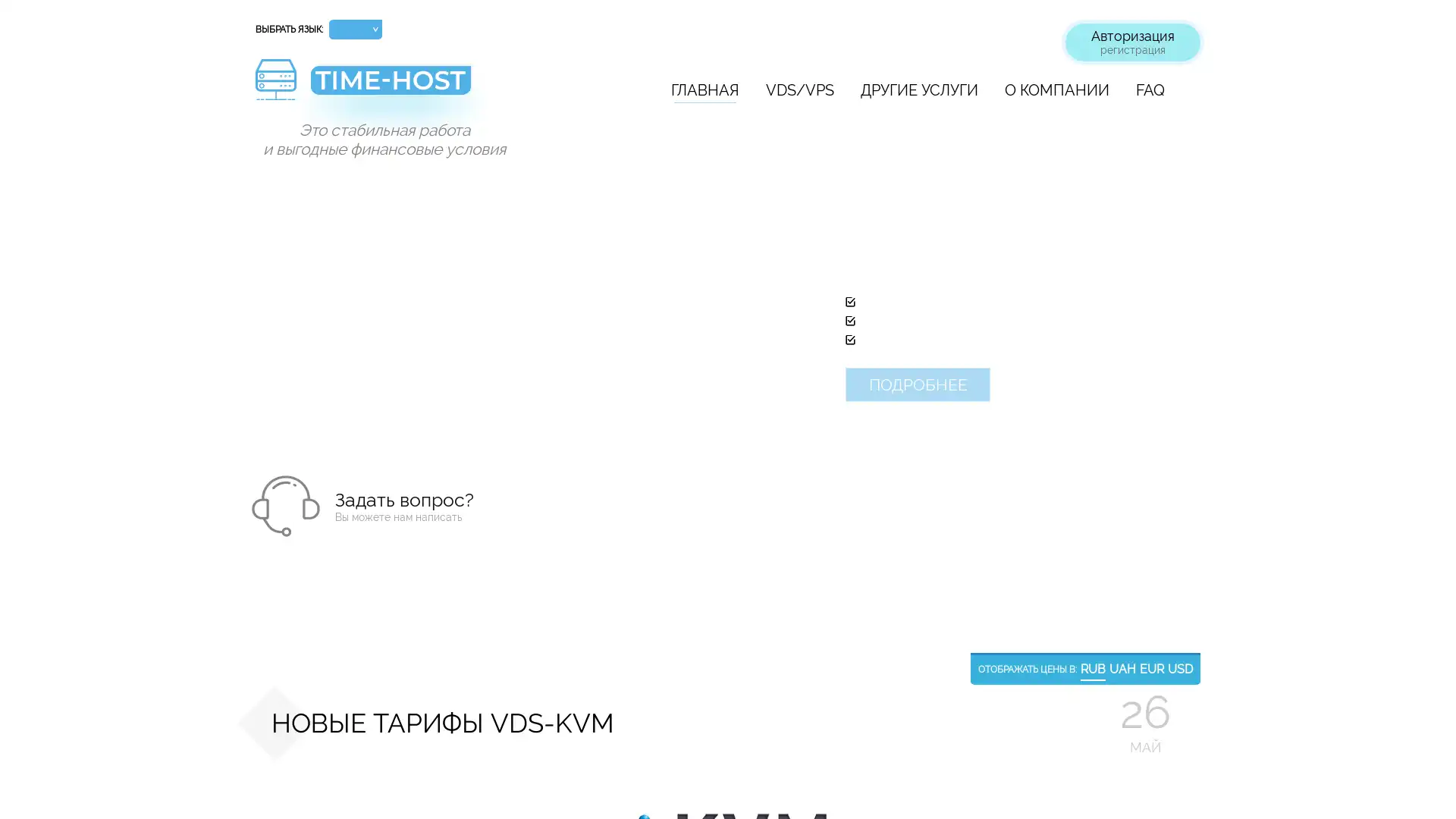  What do you see at coordinates (355, 107) in the screenshot?
I see `fr FR` at bounding box center [355, 107].